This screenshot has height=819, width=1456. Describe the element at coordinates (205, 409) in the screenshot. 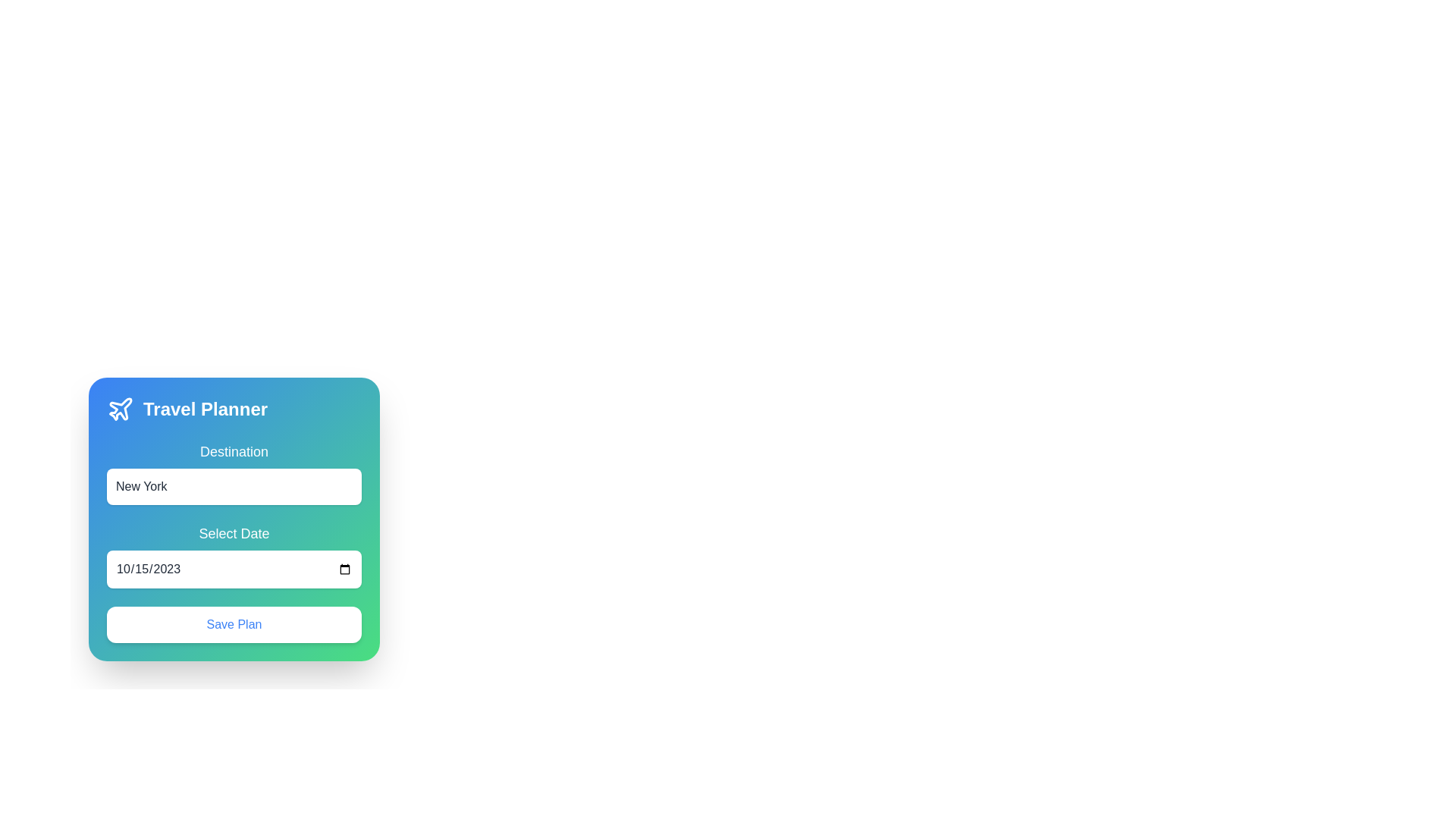

I see `the 'Travel Planner' text label, which is styled in bold and large white font against a gradient blue and green background, located on the top-left side of the card-like interface` at that location.